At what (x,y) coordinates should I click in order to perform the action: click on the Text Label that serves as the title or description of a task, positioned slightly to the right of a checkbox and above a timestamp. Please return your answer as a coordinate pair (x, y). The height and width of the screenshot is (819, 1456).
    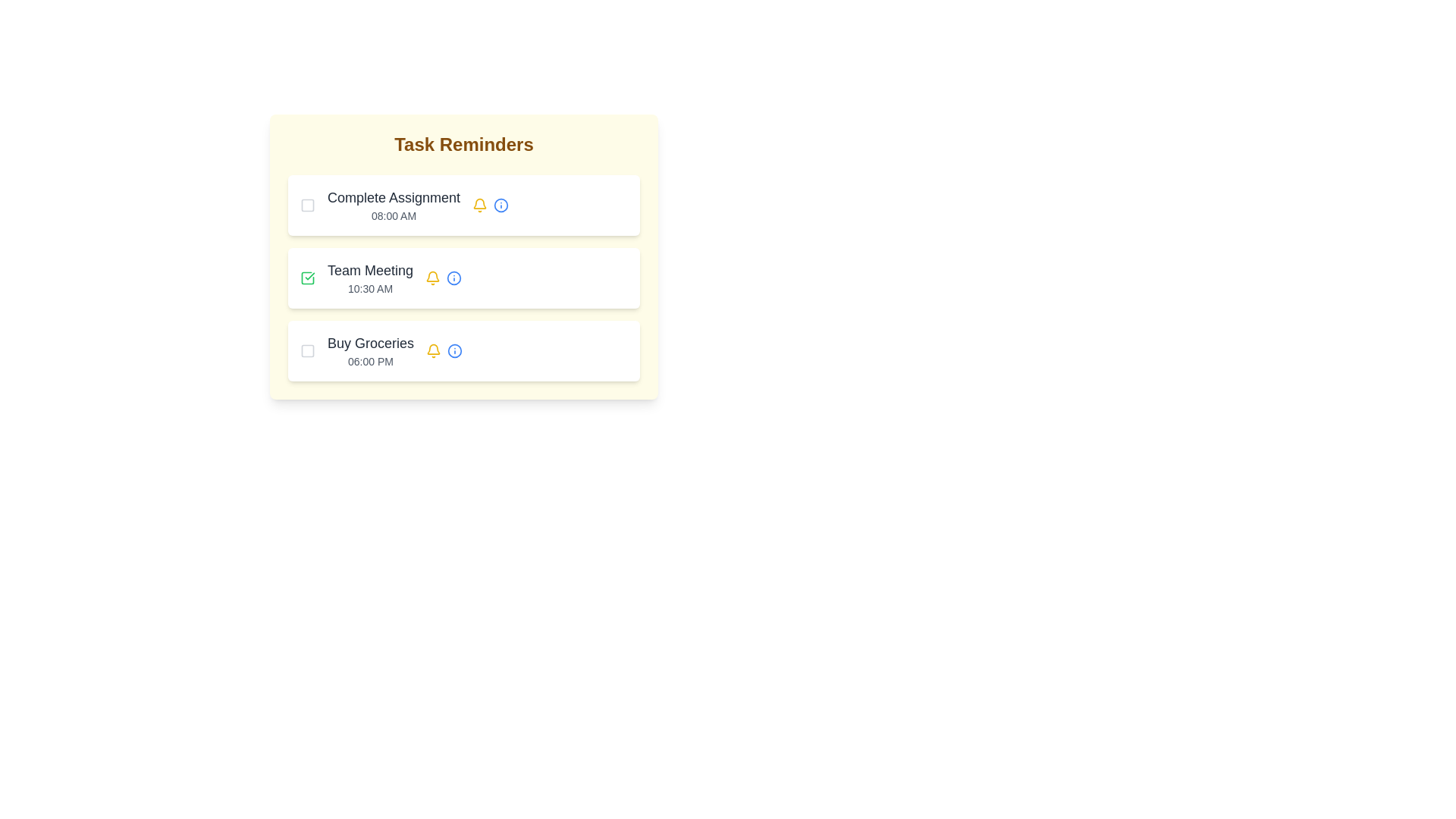
    Looking at the image, I should click on (394, 197).